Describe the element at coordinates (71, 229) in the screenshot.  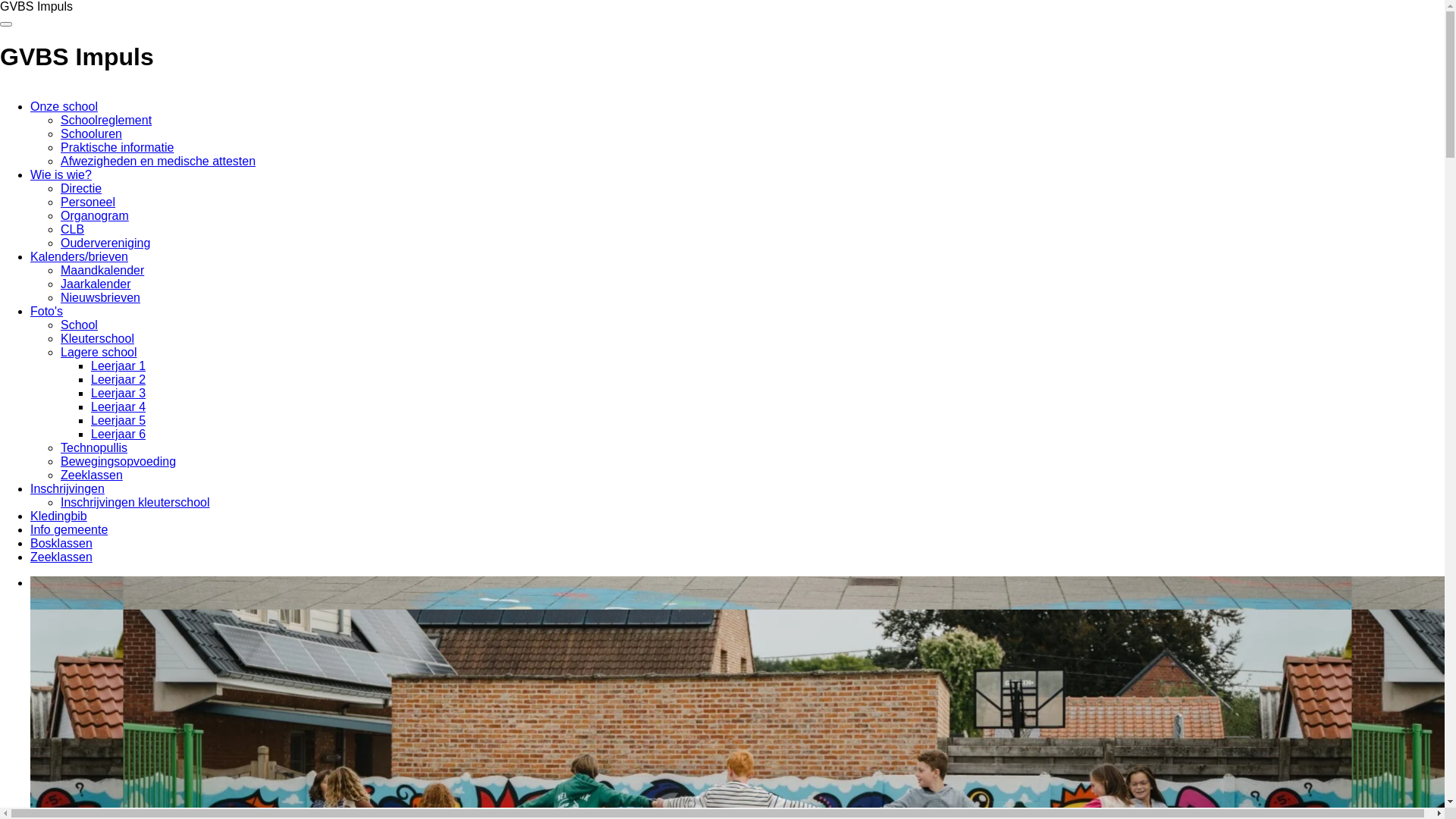
I see `'CLB'` at that location.